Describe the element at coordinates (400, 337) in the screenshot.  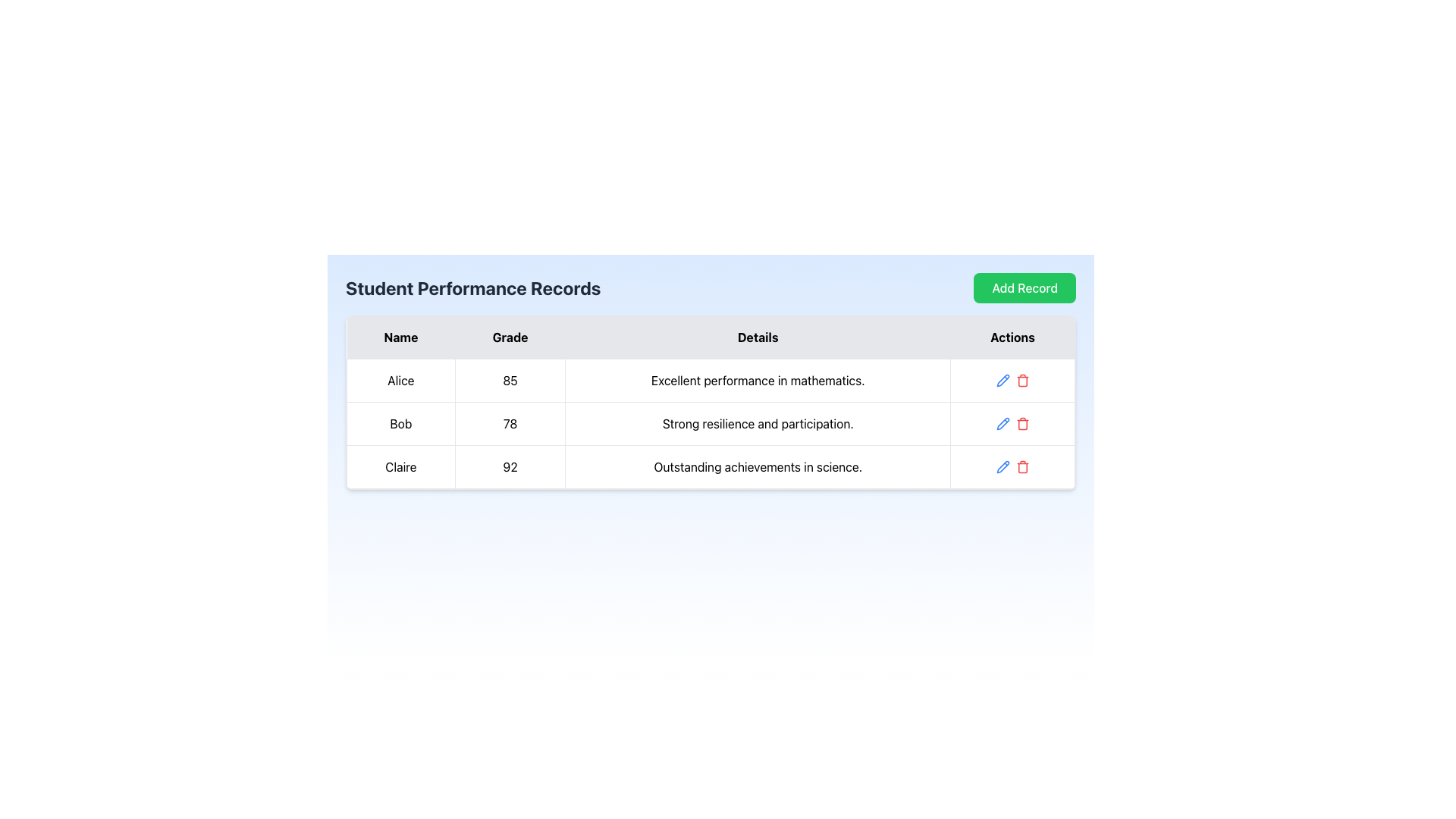
I see `text from the first column header of the table which specifies the names` at that location.